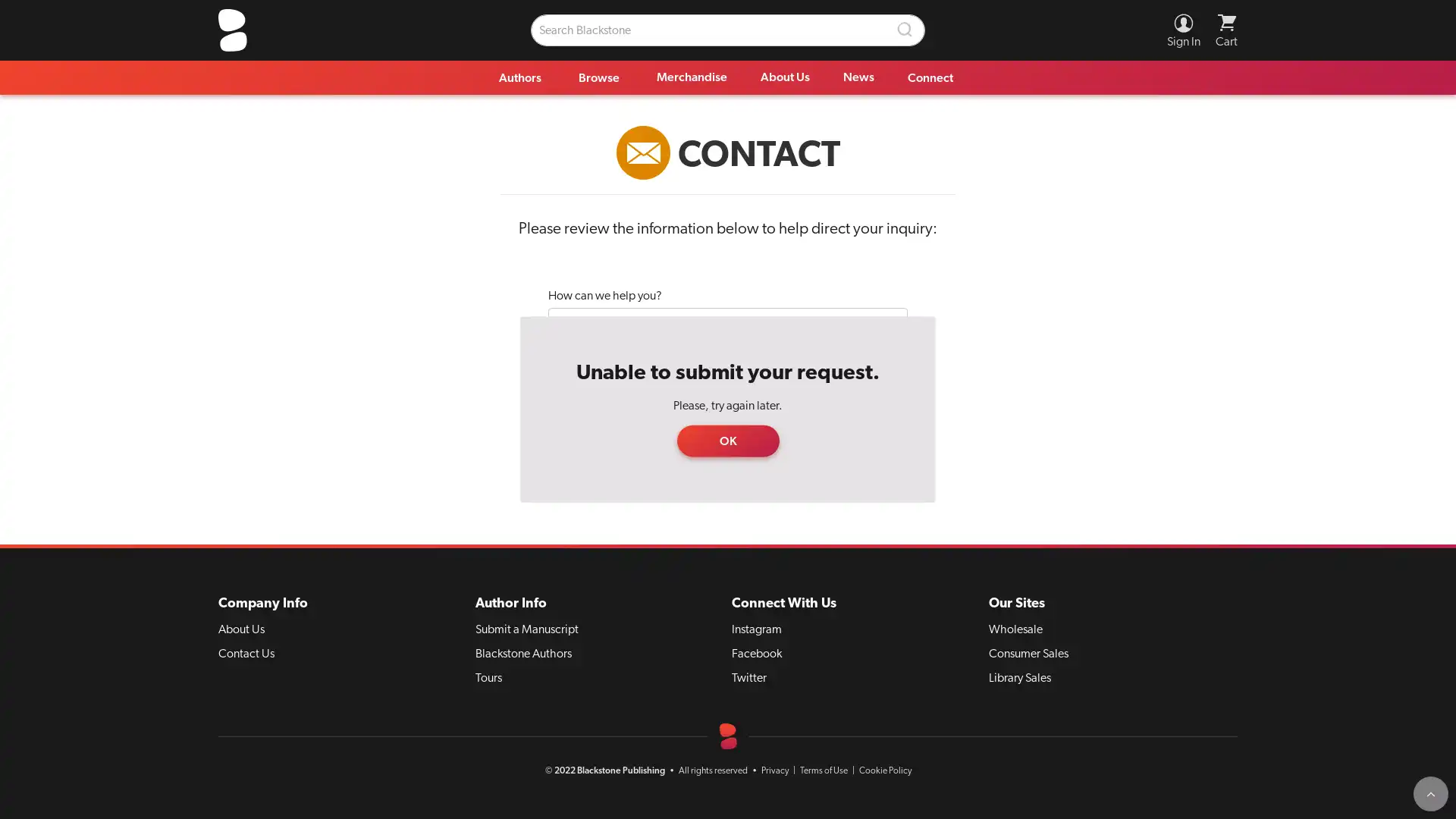 Image resolution: width=1456 pixels, height=819 pixels. I want to click on Search, so click(905, 30).